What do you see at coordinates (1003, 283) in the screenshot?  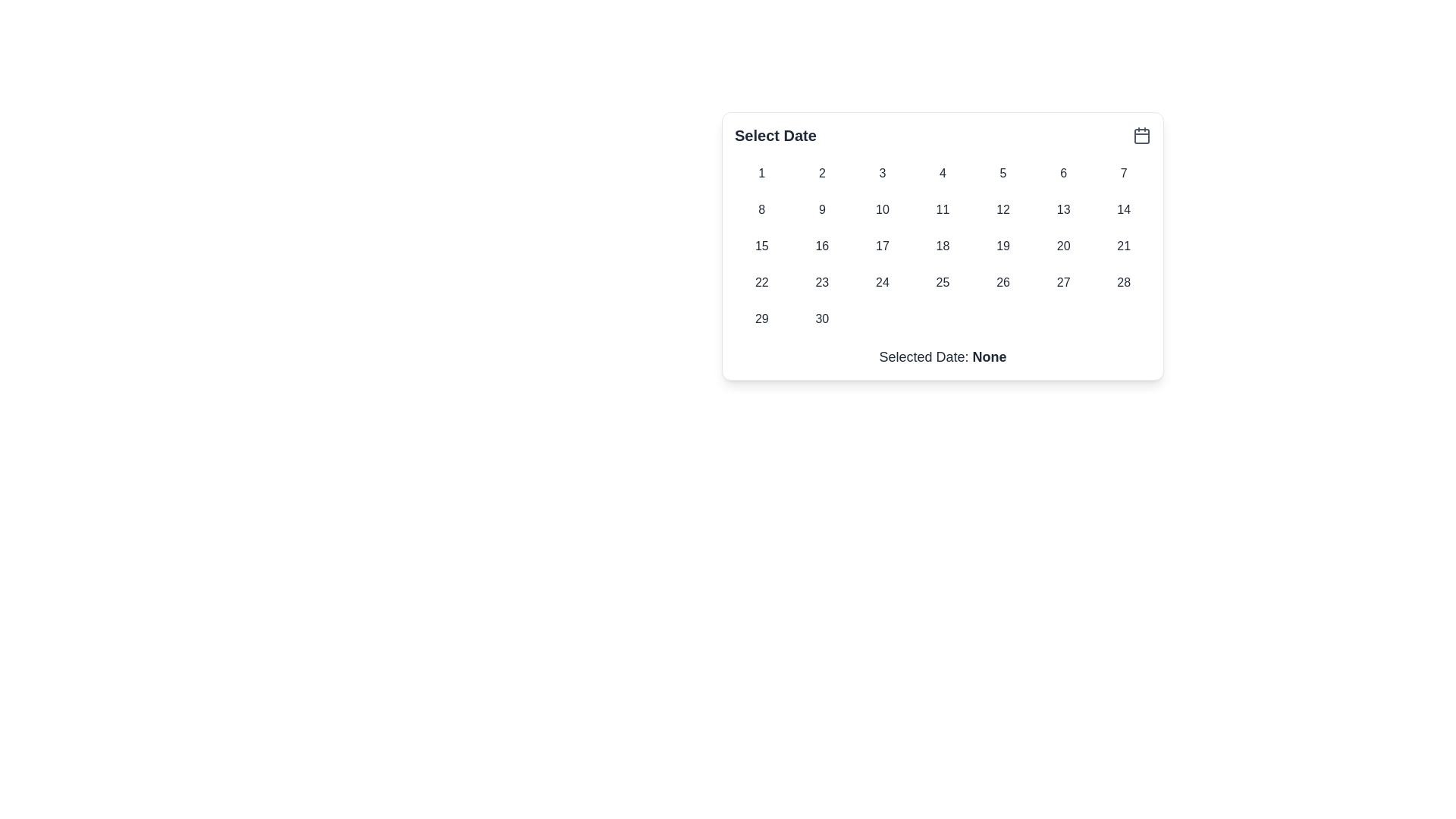 I see `the button representing the date 26 in the calendar interface, located in the fourth row and fifth column of the grid` at bounding box center [1003, 283].